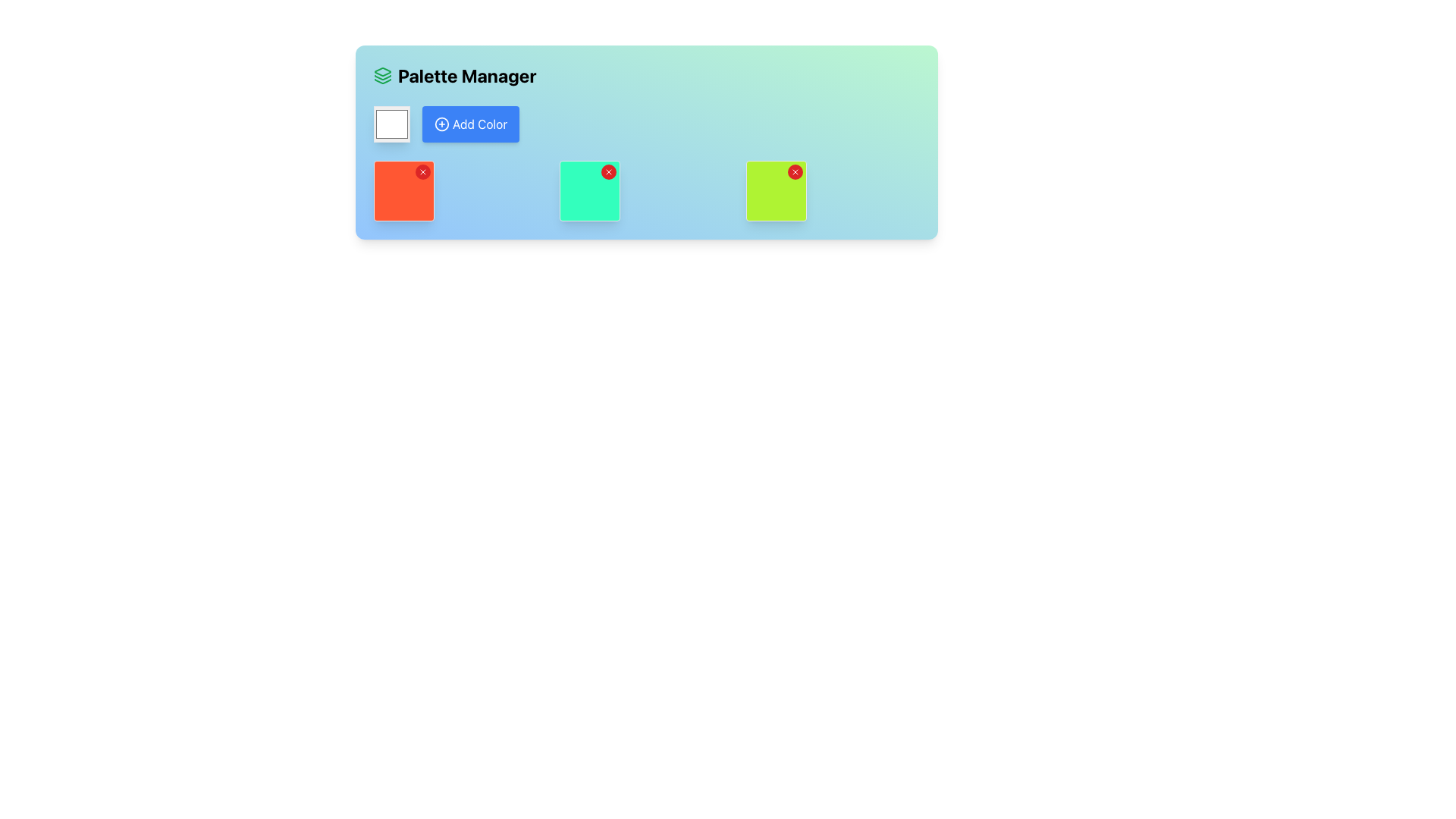  I want to click on the icon representing the 'Add Color' action, located to the left of the button's text in the upper part of the interface, so click(441, 124).